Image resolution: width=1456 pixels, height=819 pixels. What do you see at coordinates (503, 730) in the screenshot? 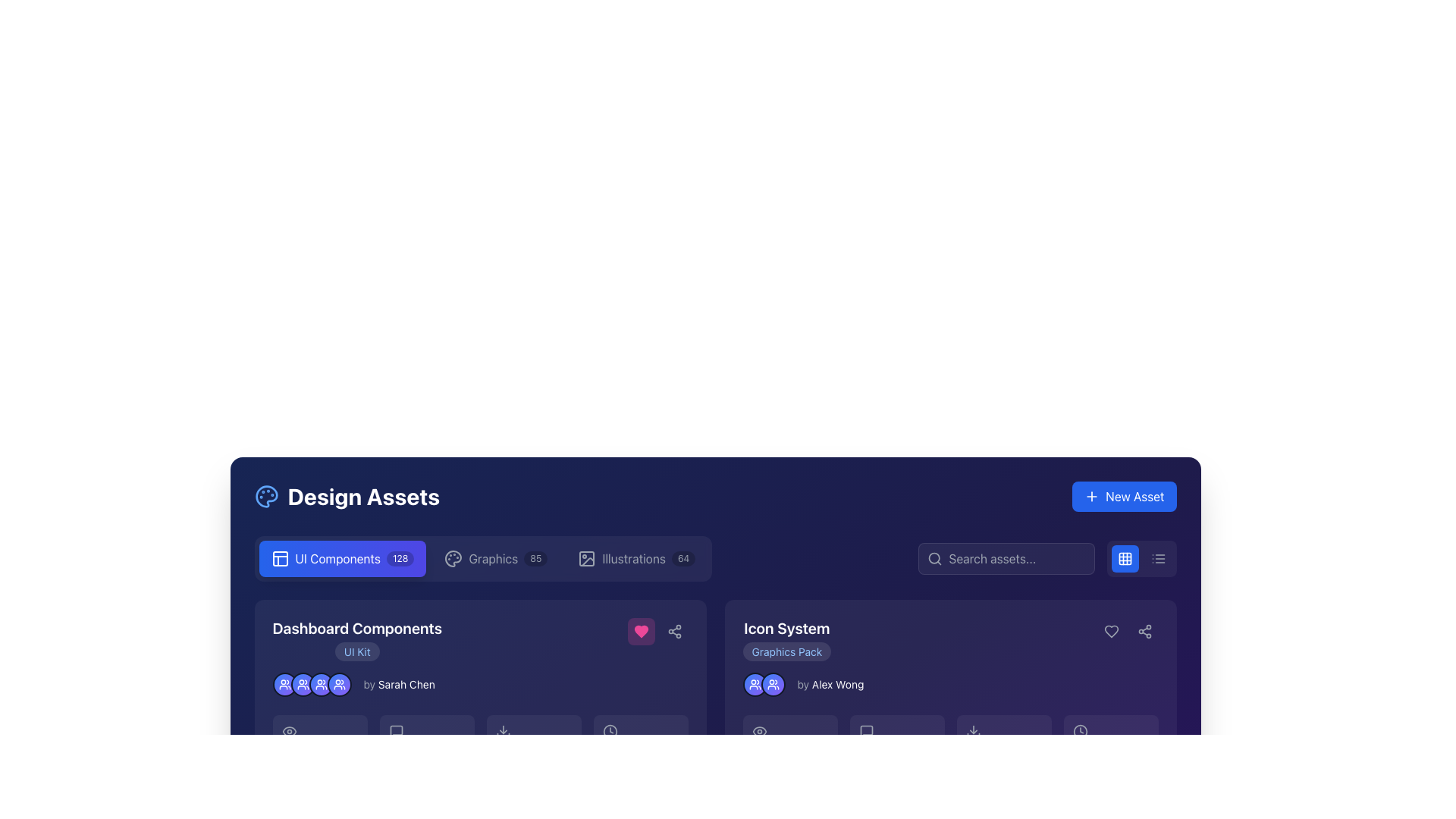
I see `the small gray download icon resembling an arrow pointing downward to initiate the download process` at bounding box center [503, 730].